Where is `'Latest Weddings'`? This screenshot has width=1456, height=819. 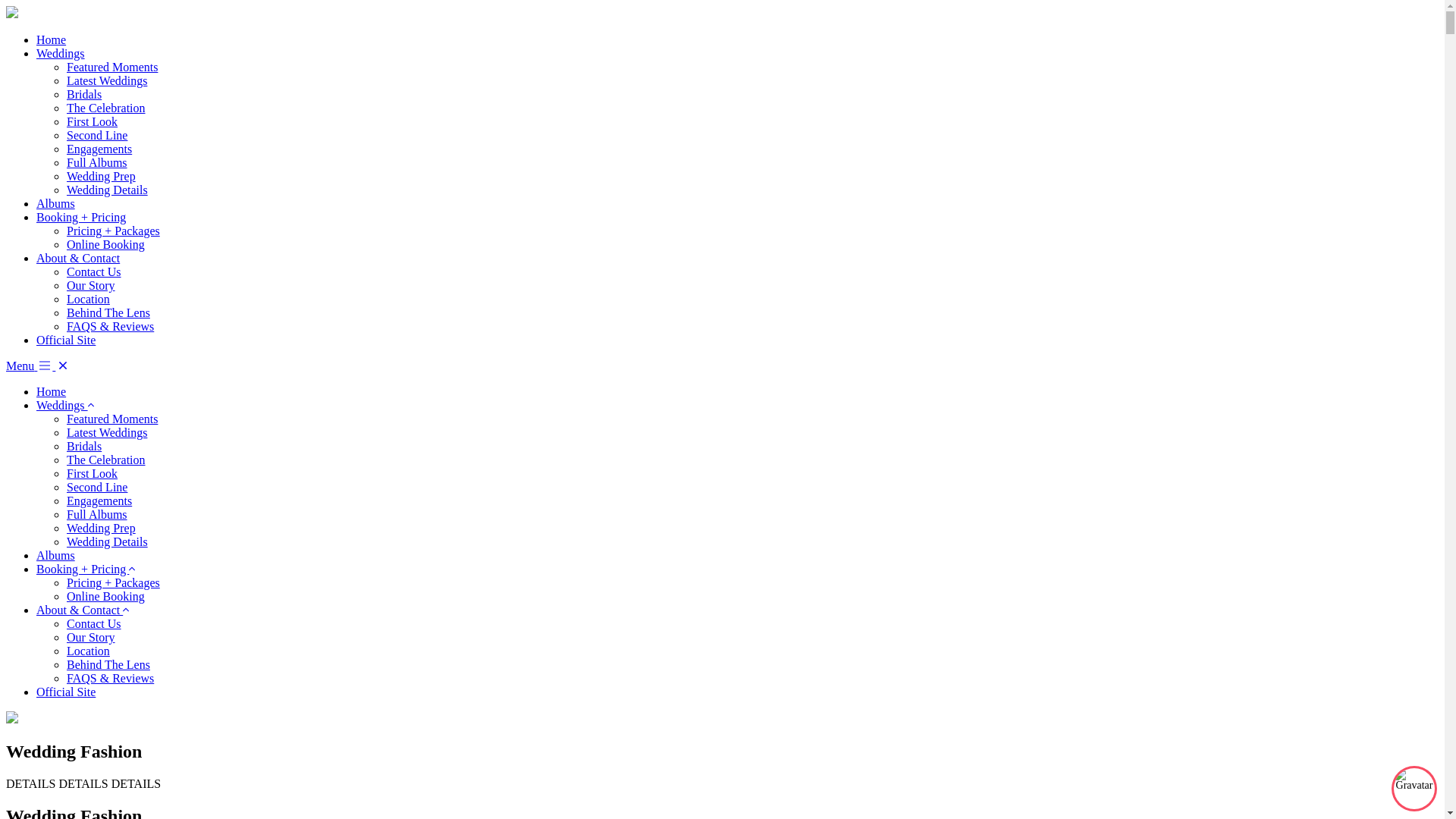
'Latest Weddings' is located at coordinates (105, 80).